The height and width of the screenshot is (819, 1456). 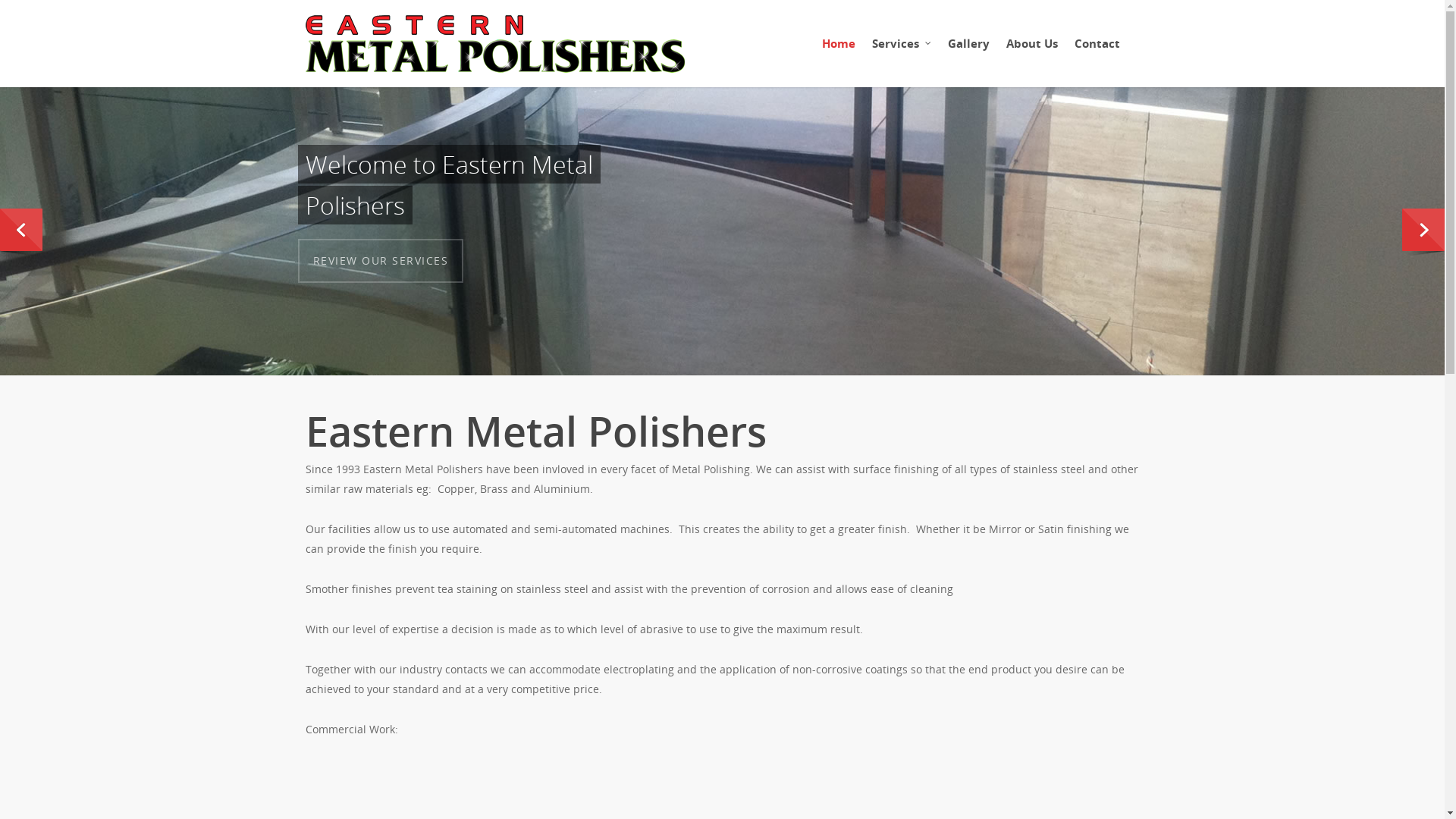 What do you see at coordinates (902, 50) in the screenshot?
I see `'Services'` at bounding box center [902, 50].